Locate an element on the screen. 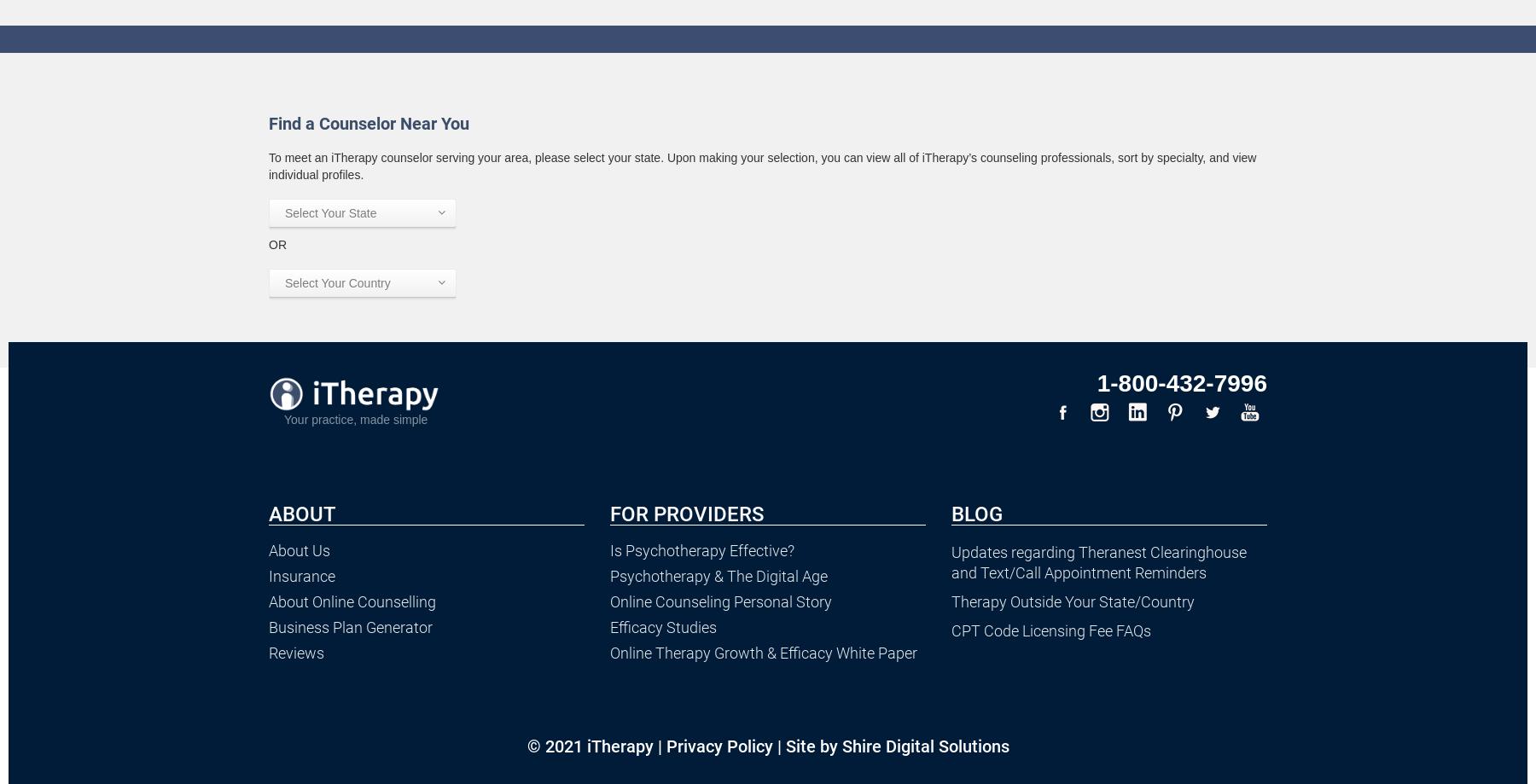 This screenshot has height=784, width=1536. 'Psychotherapy & The Digital Age' is located at coordinates (719, 575).